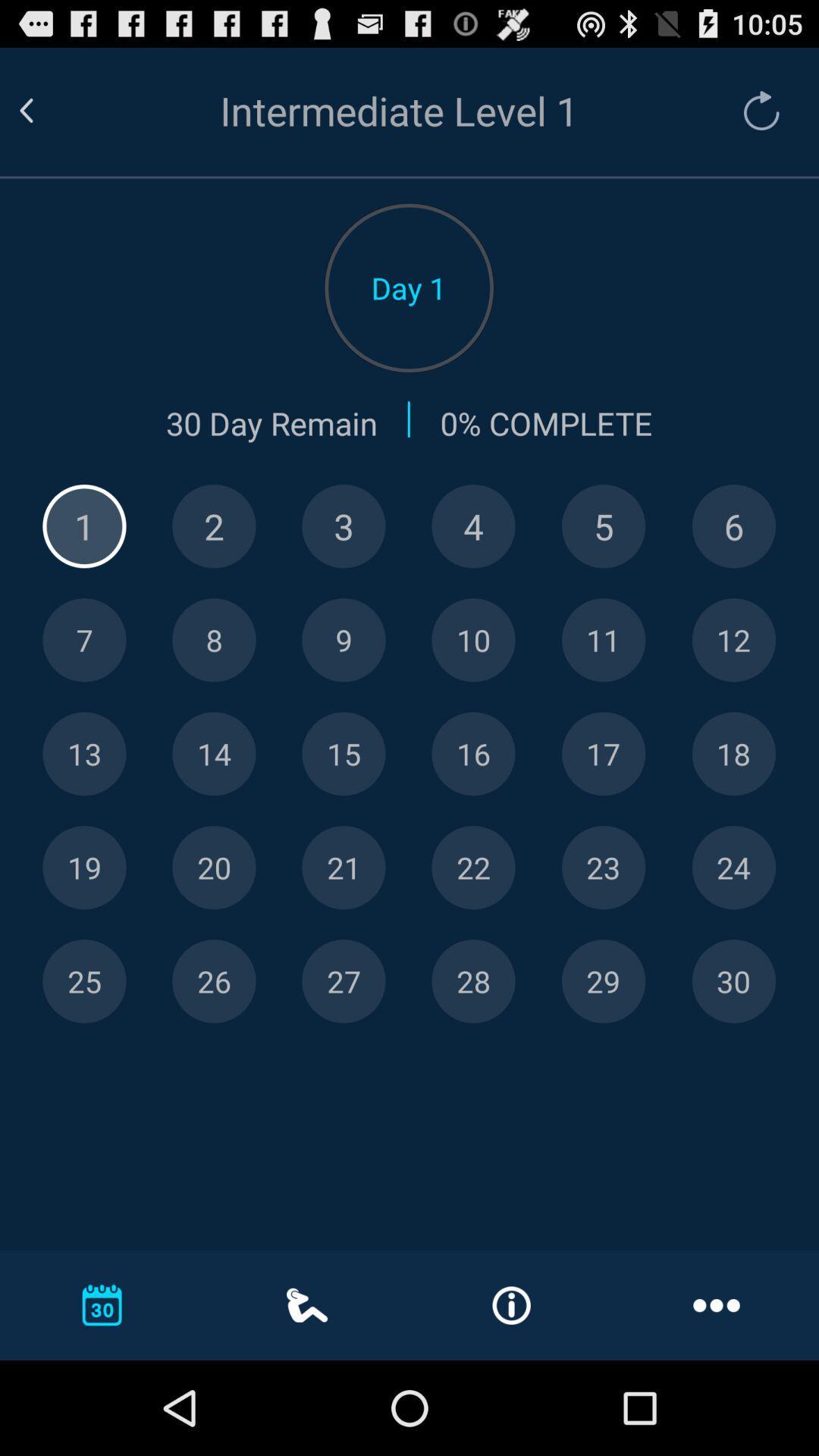 The width and height of the screenshot is (819, 1456). I want to click on day 7, so click(84, 640).